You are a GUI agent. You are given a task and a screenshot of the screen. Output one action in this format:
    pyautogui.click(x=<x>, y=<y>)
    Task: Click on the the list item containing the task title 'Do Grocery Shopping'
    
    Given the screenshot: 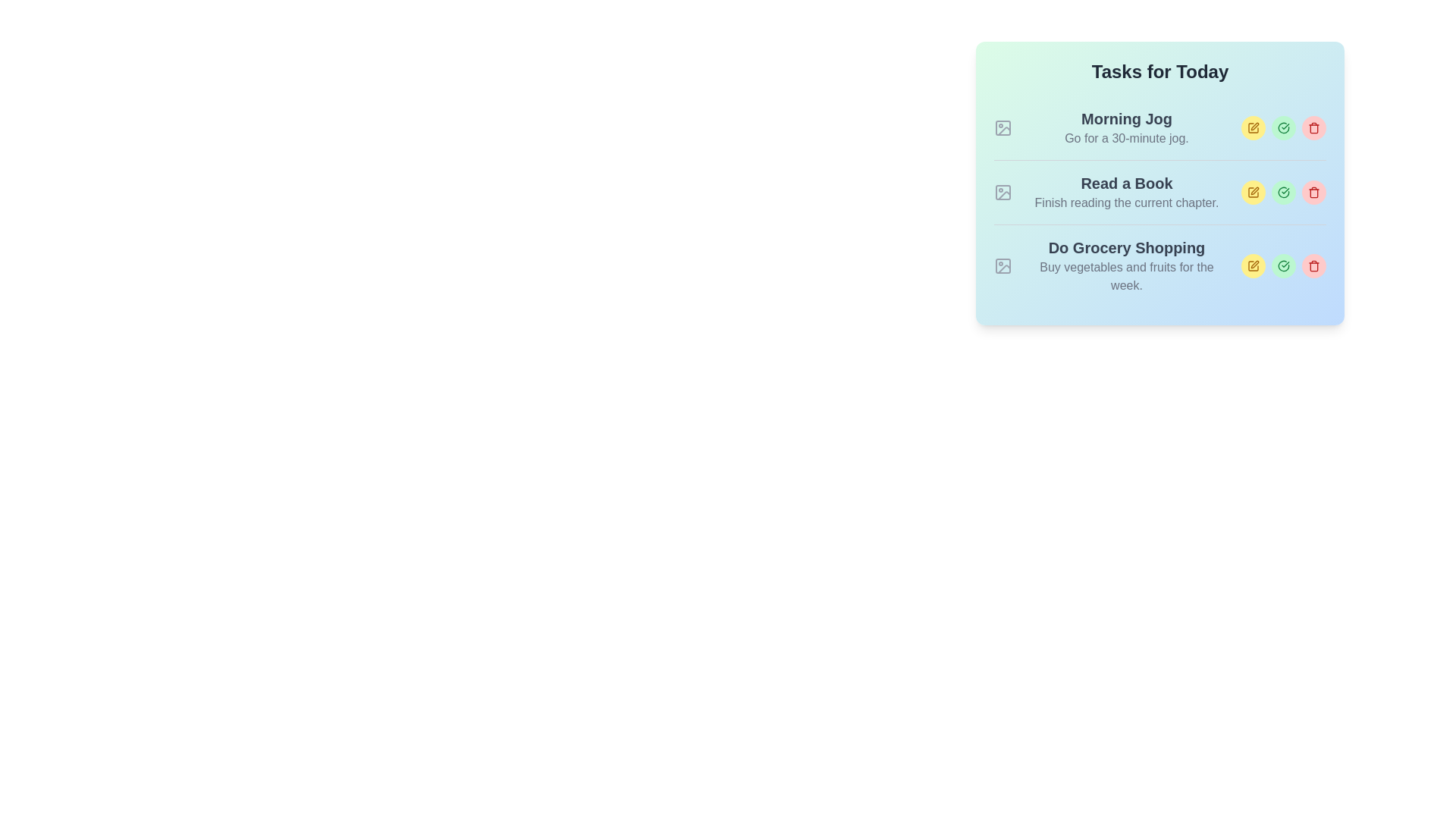 What is the action you would take?
    pyautogui.click(x=1159, y=265)
    